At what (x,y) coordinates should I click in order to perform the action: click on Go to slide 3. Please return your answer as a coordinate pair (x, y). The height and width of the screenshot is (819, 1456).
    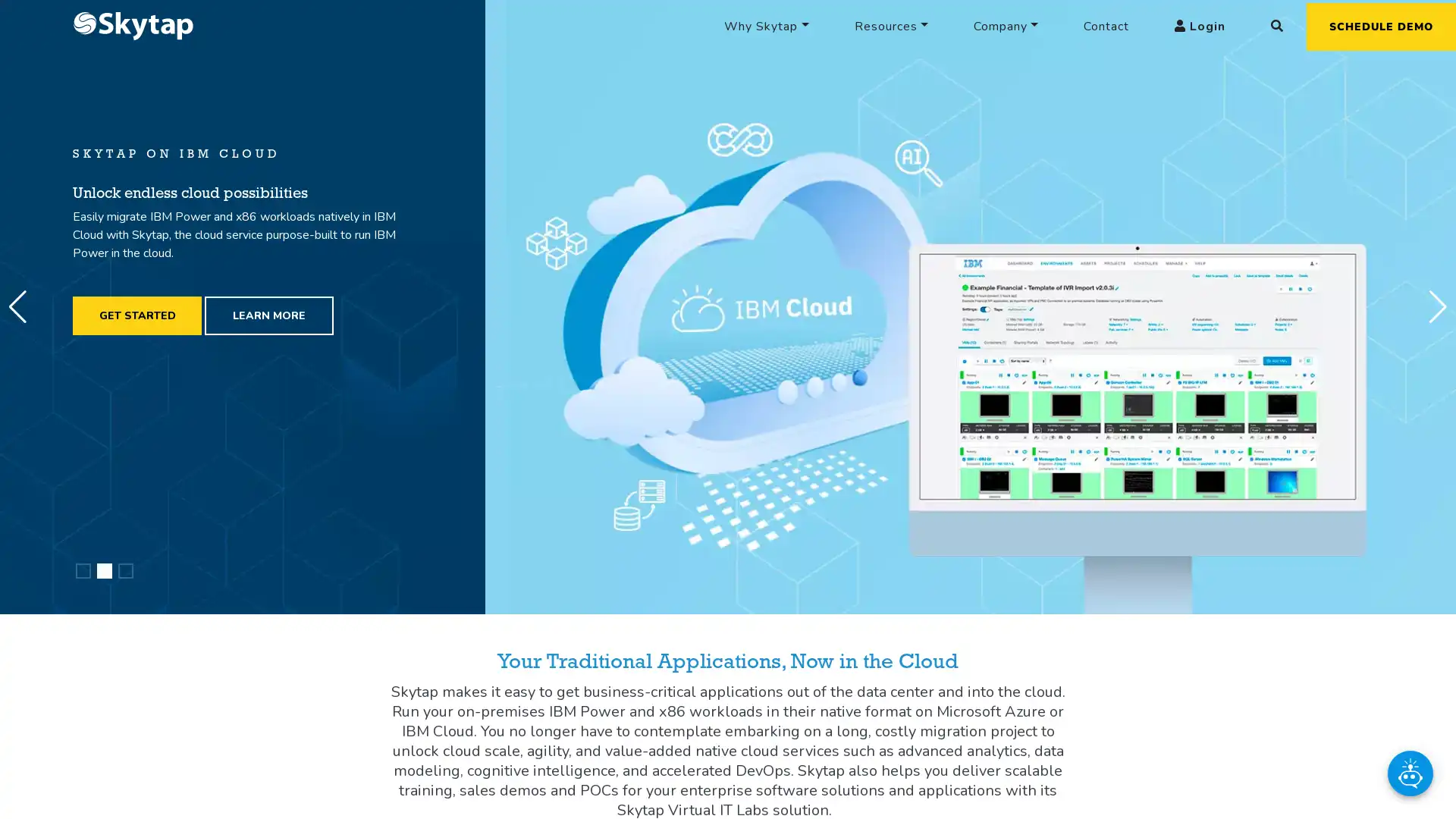
    Looking at the image, I should click on (126, 570).